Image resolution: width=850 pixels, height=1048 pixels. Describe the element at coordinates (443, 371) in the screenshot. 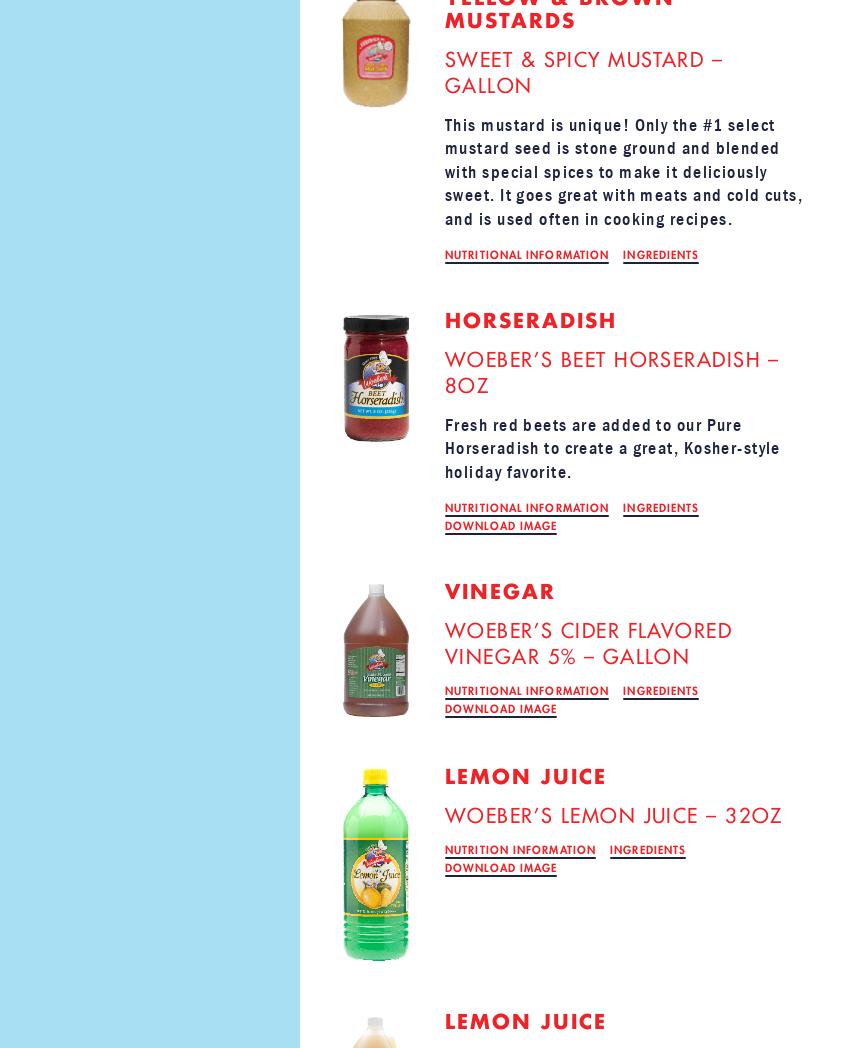

I see `'WOEBER’S BEET HORSERADISH – 8OZ'` at that location.